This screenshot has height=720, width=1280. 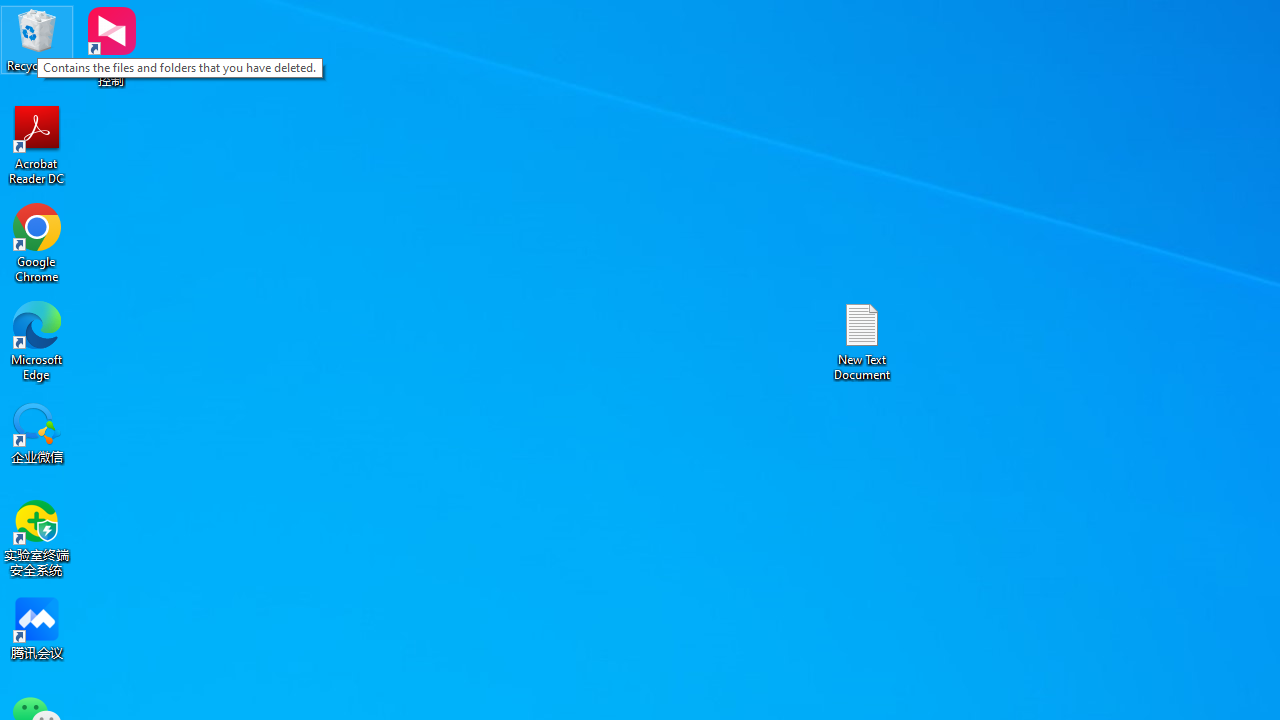 I want to click on 'Microsoft Edge', so click(x=37, y=340).